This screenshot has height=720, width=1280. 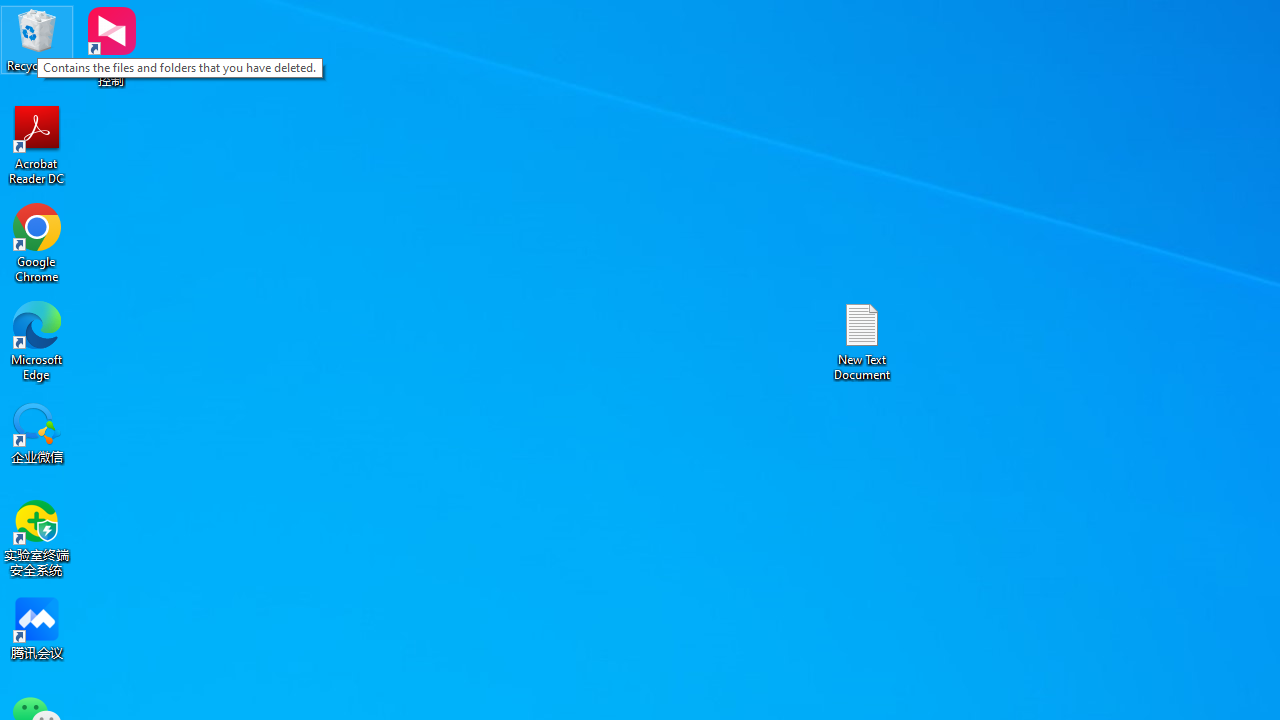 I want to click on 'Microsoft Edge', so click(x=37, y=340).